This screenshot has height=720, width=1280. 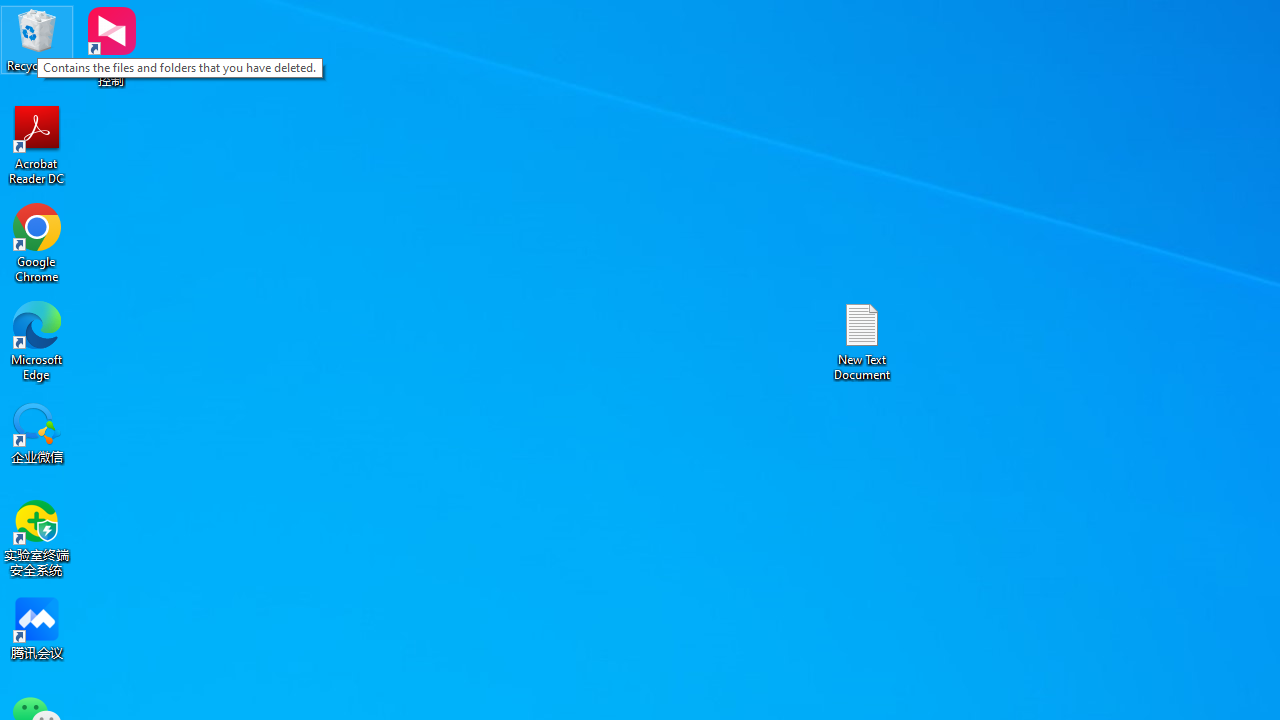 I want to click on 'Microsoft Edge', so click(x=37, y=340).